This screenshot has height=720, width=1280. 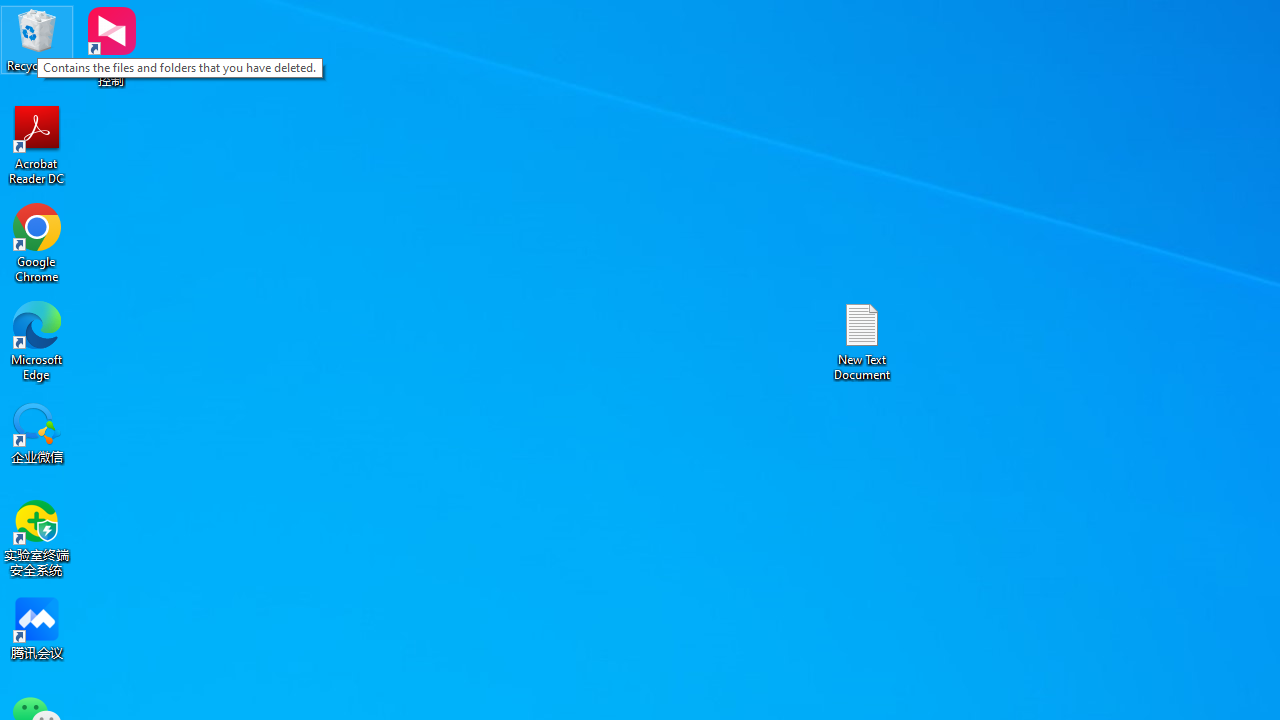 I want to click on 'Microsoft Edge', so click(x=37, y=340).